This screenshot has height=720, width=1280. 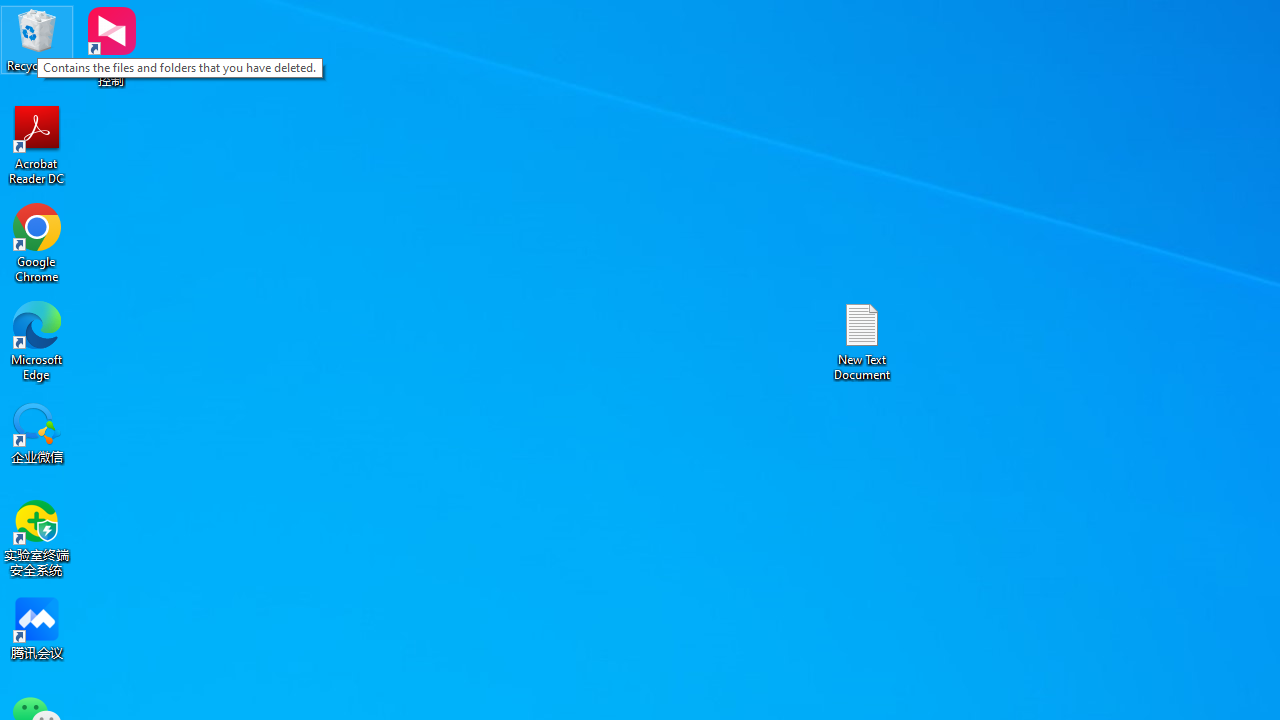 I want to click on 'Microsoft Edge', so click(x=37, y=340).